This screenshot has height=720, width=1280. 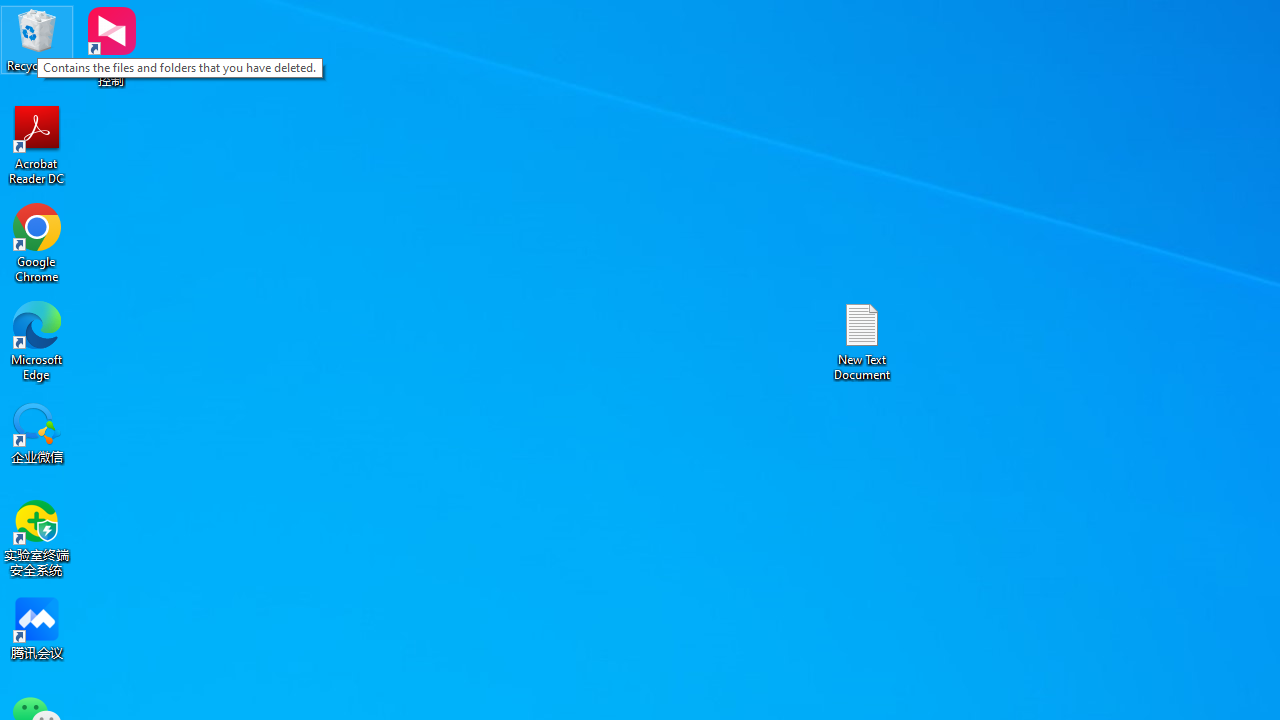 I want to click on 'Microsoft Edge', so click(x=37, y=340).